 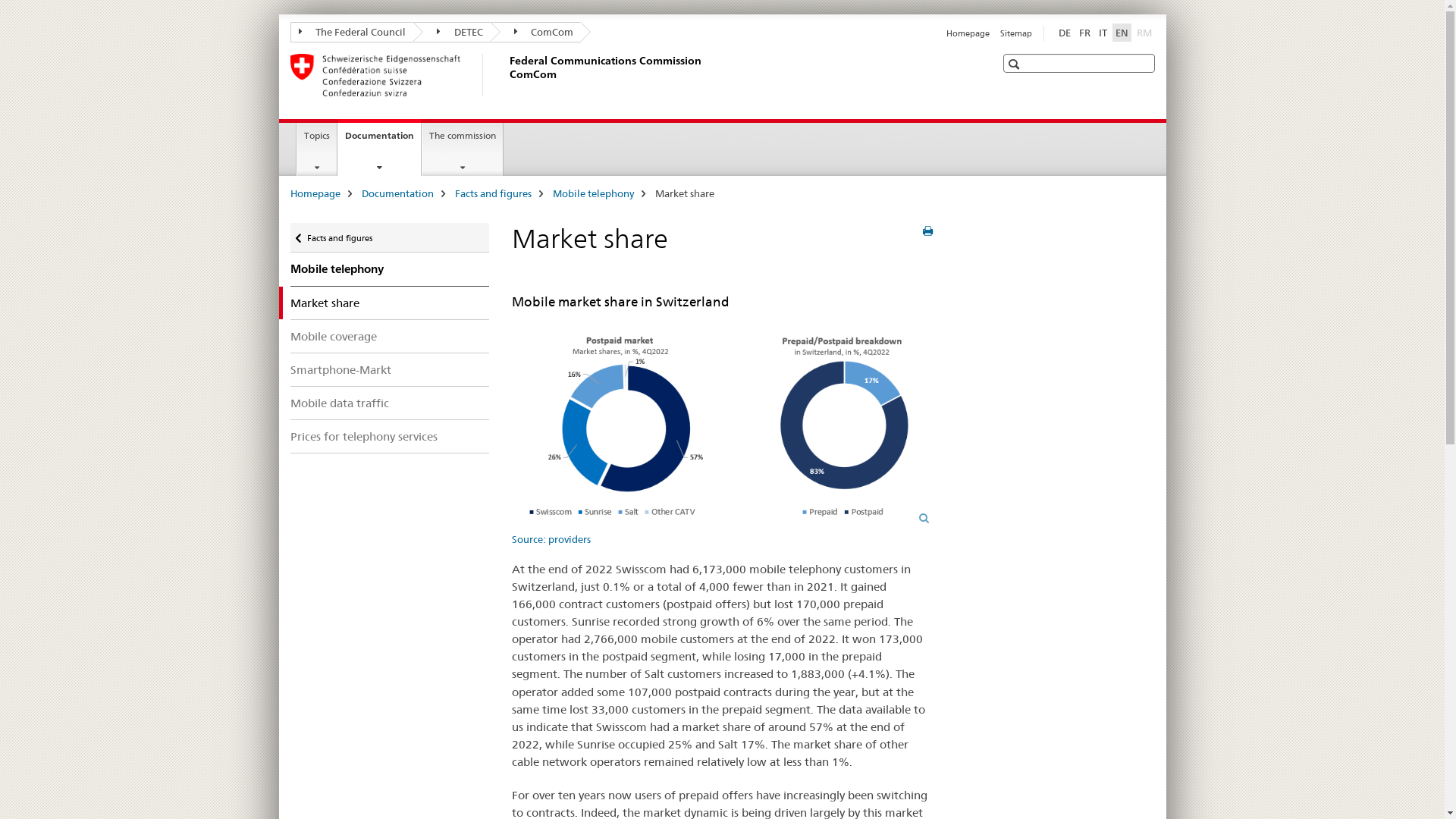 I want to click on 'Prices for telephony services', so click(x=290, y=436).